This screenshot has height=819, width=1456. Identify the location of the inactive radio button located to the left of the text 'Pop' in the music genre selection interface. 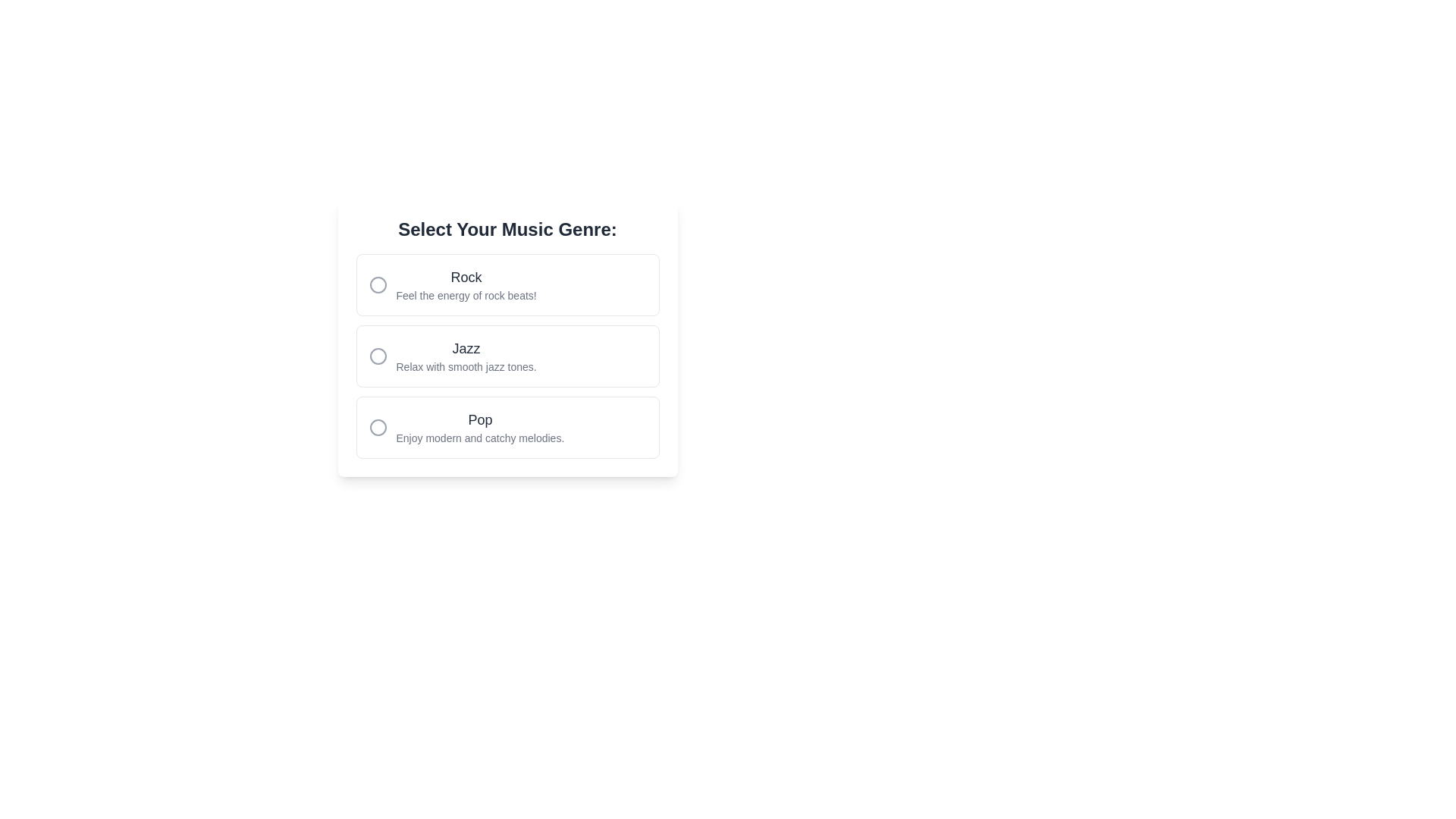
(378, 427).